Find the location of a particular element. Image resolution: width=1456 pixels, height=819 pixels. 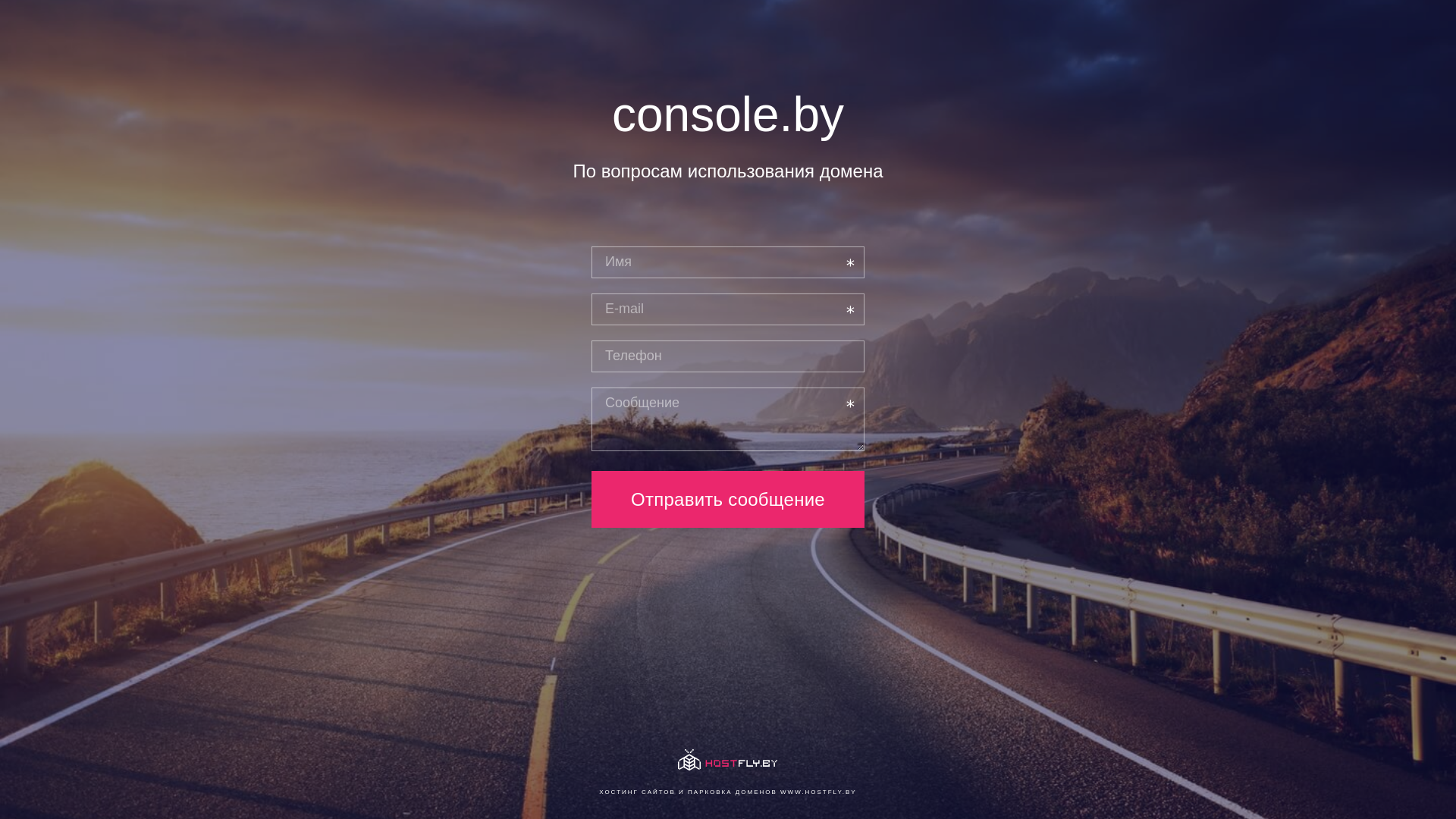

'WWW.HOSTFLY.BY' is located at coordinates (817, 791).